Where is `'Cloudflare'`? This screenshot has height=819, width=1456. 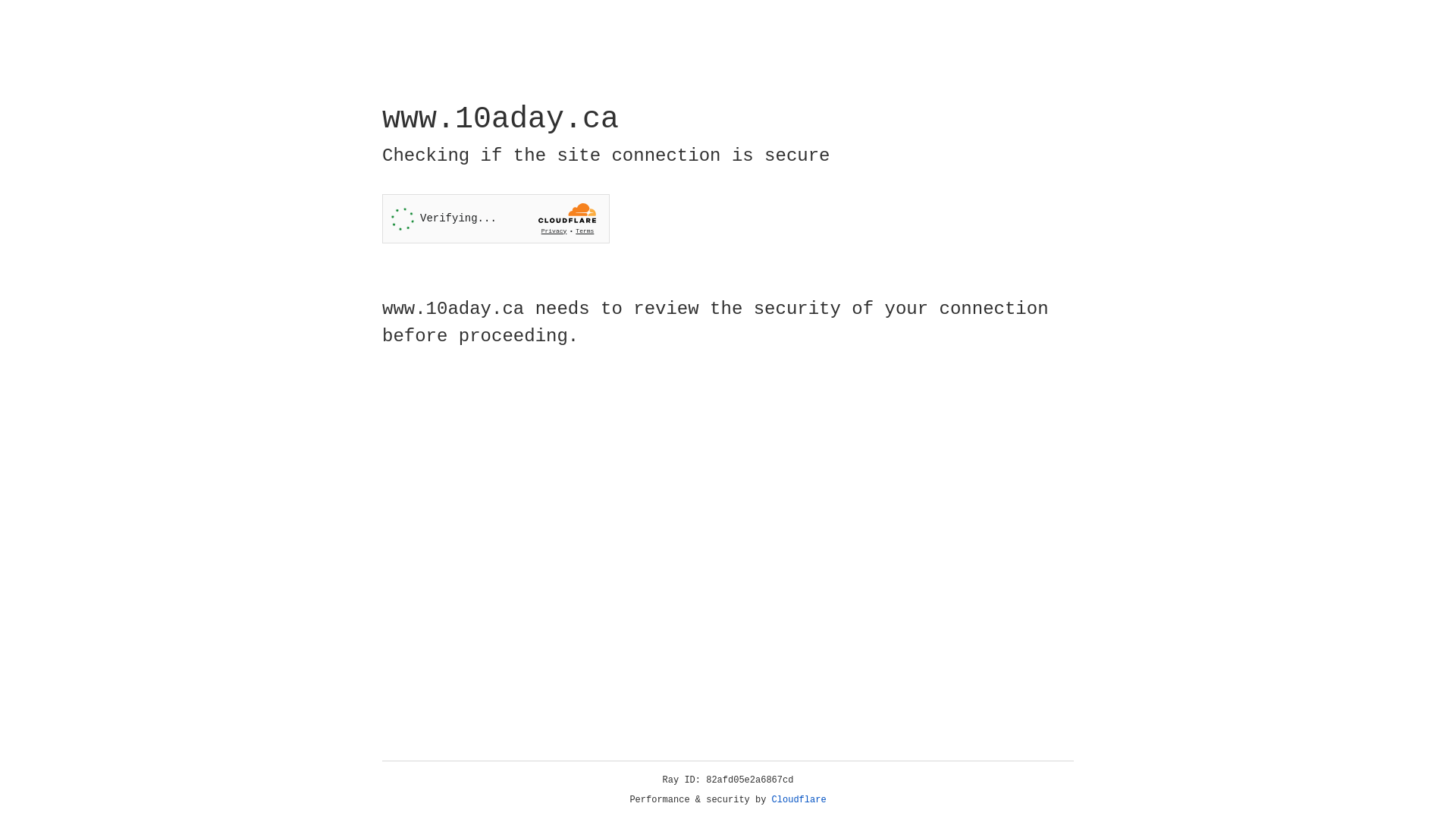
'Cloudflare' is located at coordinates (799, 799).